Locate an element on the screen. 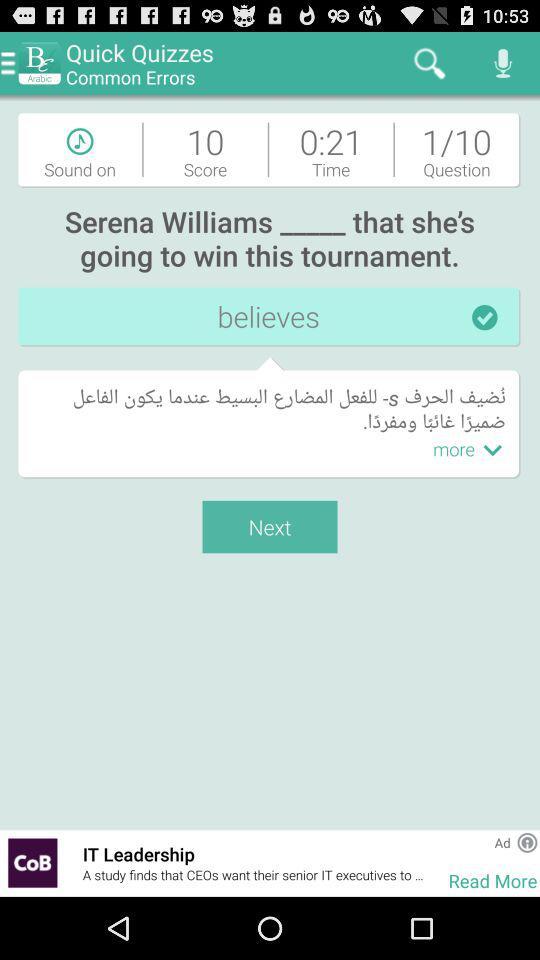  open about advertisement is located at coordinates (527, 841).